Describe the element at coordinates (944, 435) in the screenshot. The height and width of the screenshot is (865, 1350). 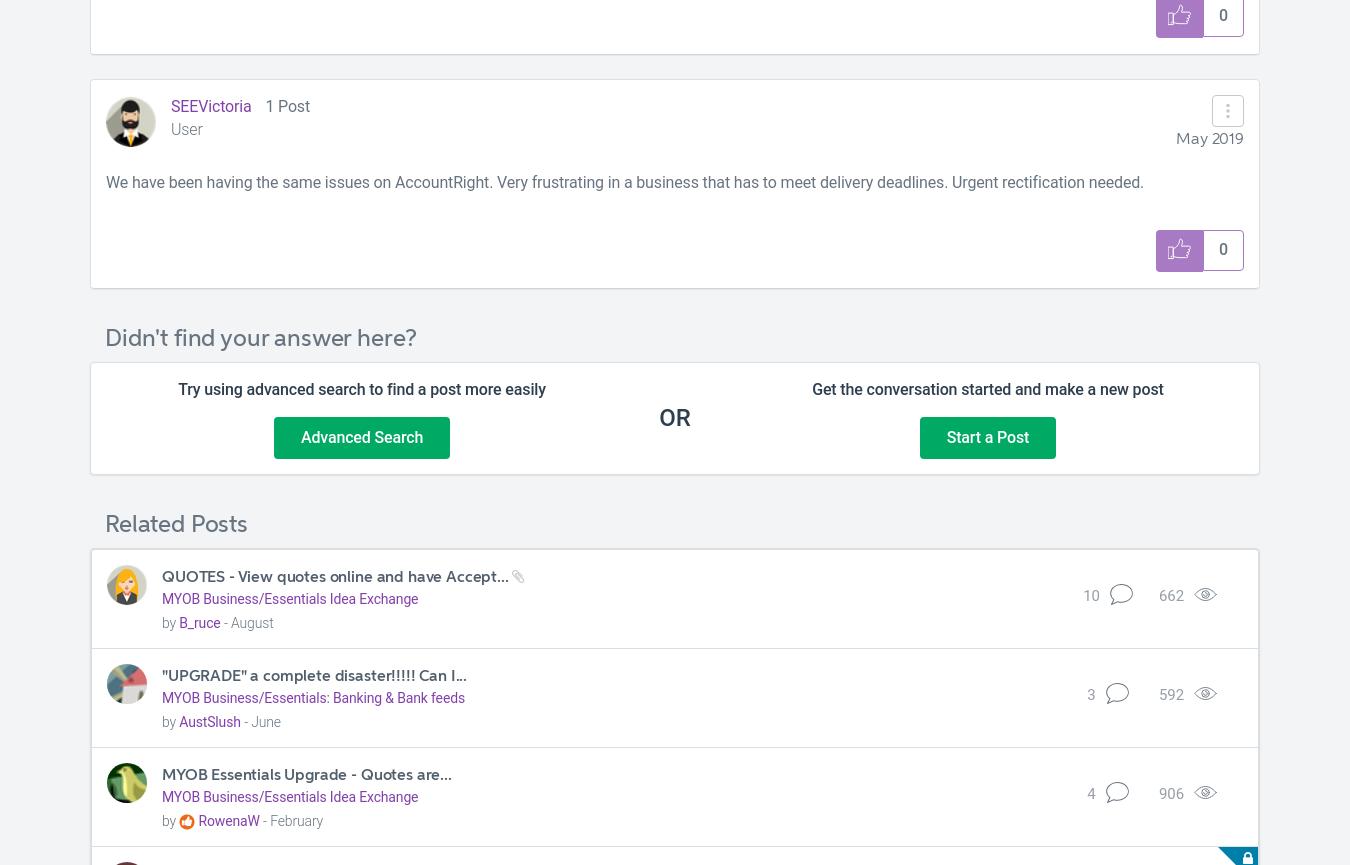
I see `'Start a Post'` at that location.